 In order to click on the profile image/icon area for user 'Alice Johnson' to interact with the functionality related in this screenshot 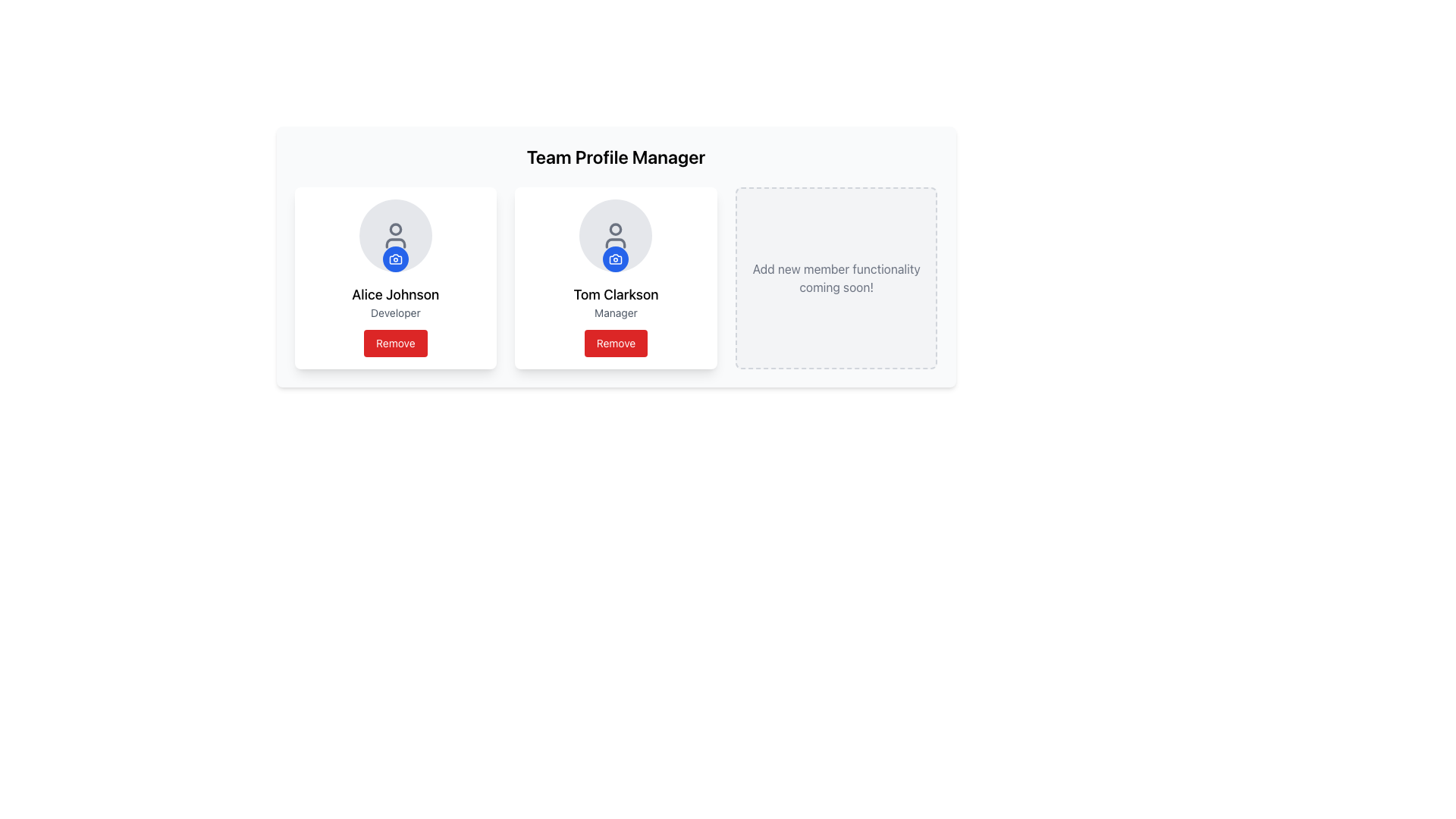, I will do `click(395, 236)`.